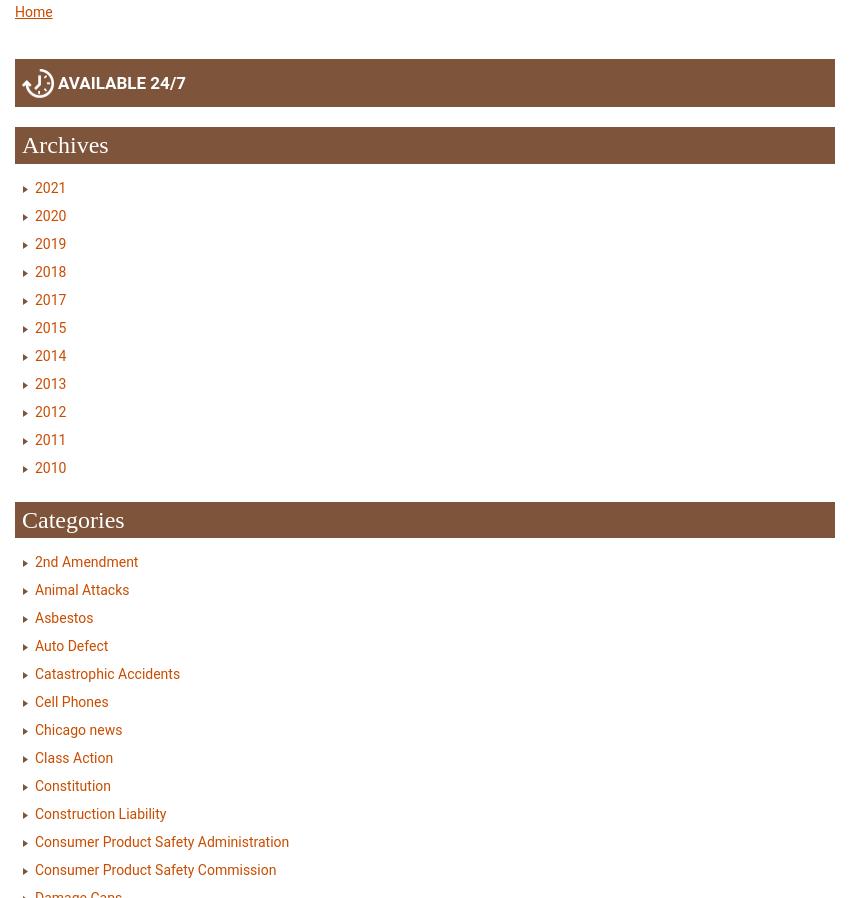 The width and height of the screenshot is (850, 898). I want to click on '2017', so click(50, 299).